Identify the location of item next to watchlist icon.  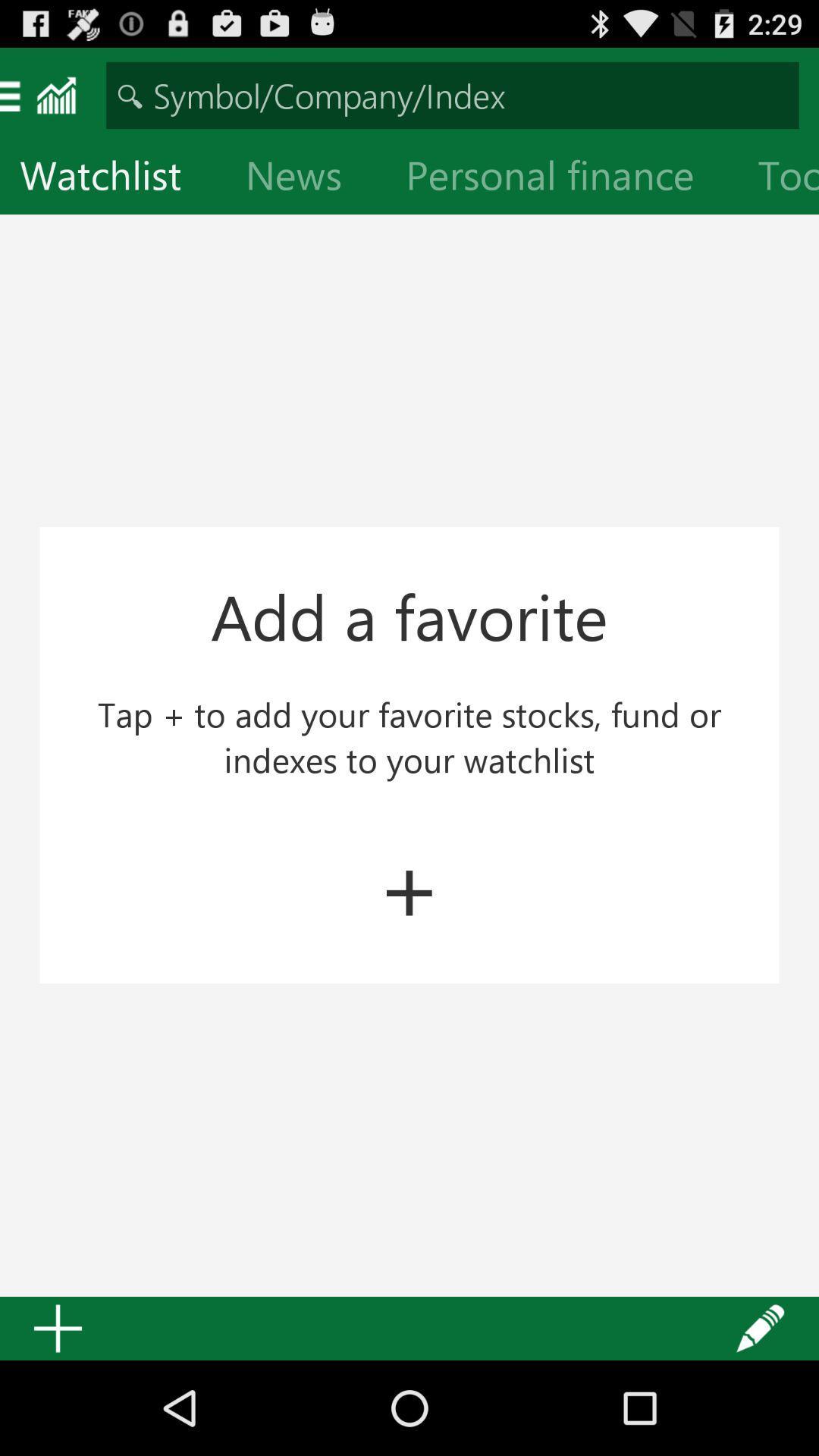
(306, 178).